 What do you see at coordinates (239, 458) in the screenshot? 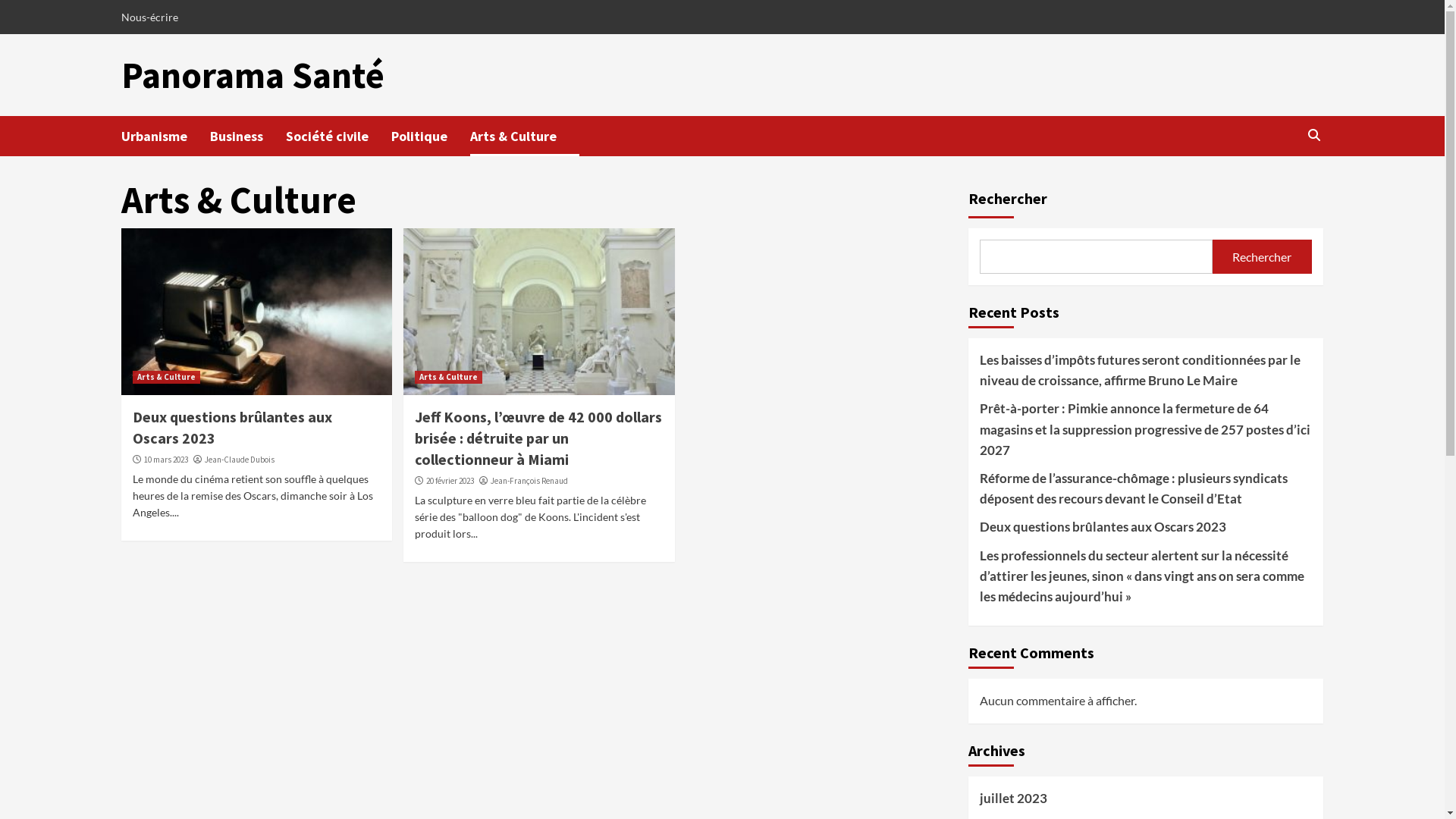
I see `'Jean-Claude Dubois'` at bounding box center [239, 458].